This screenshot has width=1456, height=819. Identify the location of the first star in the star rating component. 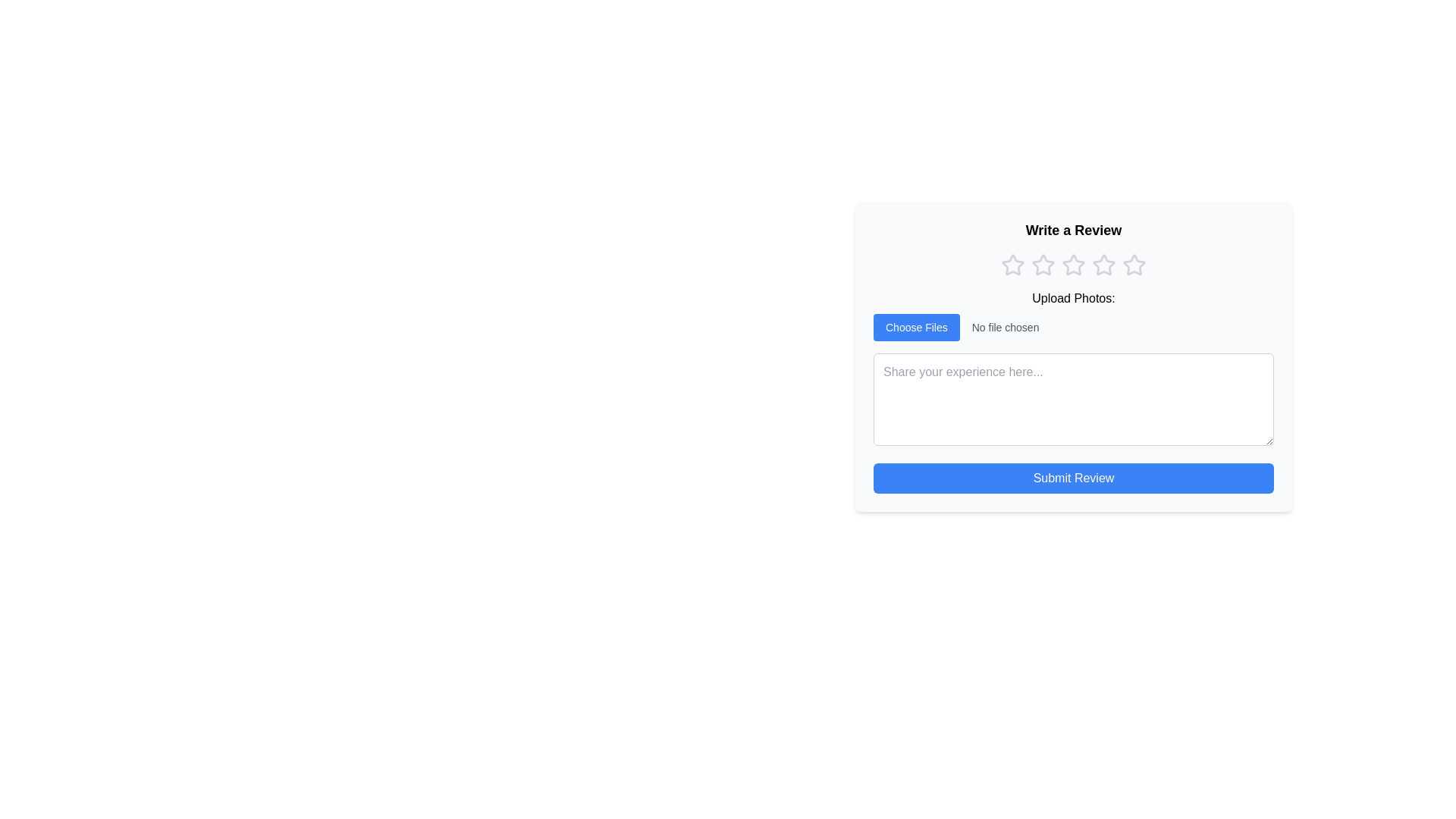
(1012, 265).